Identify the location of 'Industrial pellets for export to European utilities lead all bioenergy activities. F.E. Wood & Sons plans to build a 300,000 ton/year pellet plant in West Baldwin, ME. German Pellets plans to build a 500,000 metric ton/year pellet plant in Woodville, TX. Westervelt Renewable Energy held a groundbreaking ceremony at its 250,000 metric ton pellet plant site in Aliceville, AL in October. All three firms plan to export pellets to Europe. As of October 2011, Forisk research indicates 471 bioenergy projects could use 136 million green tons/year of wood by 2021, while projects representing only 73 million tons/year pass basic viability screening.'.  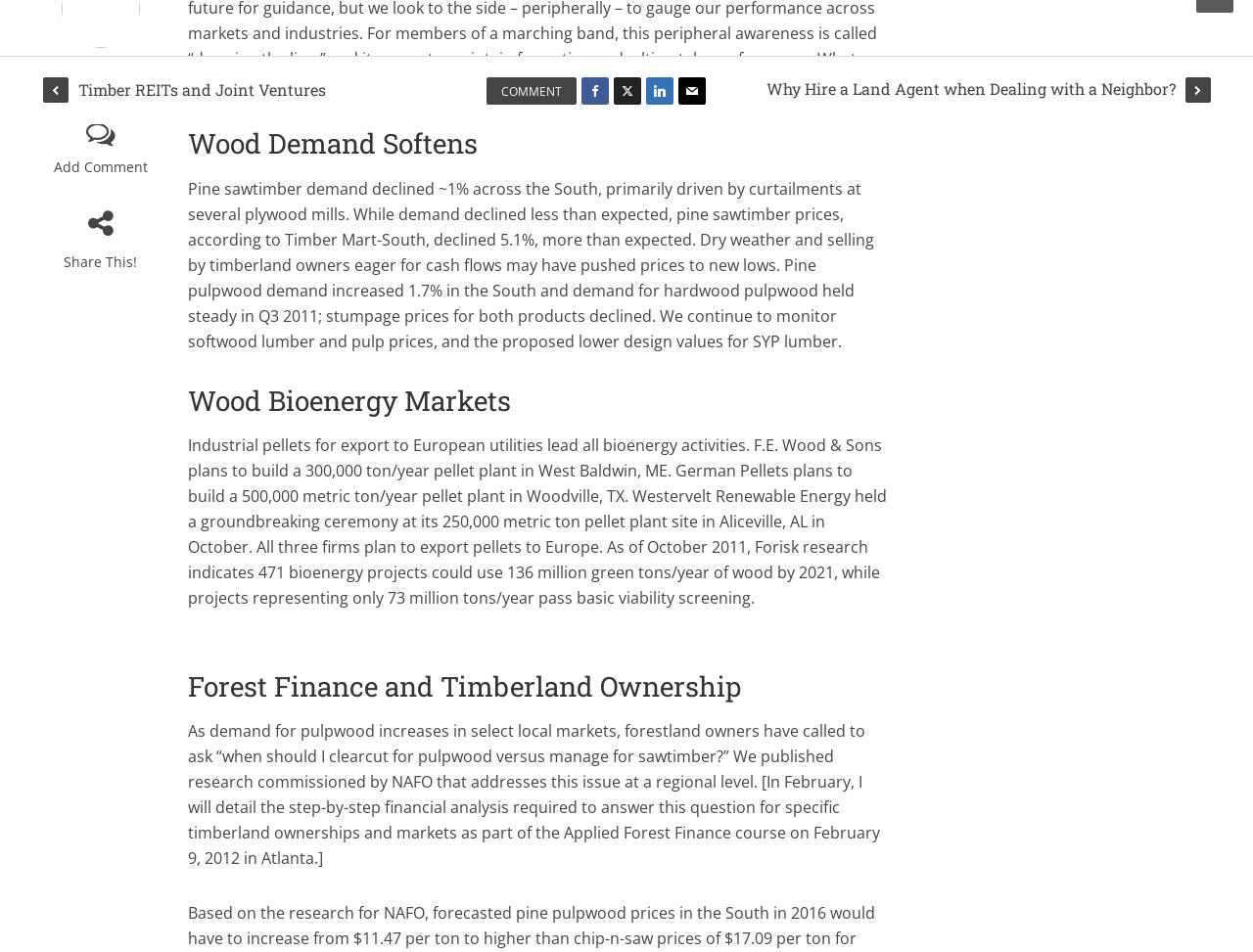
(536, 520).